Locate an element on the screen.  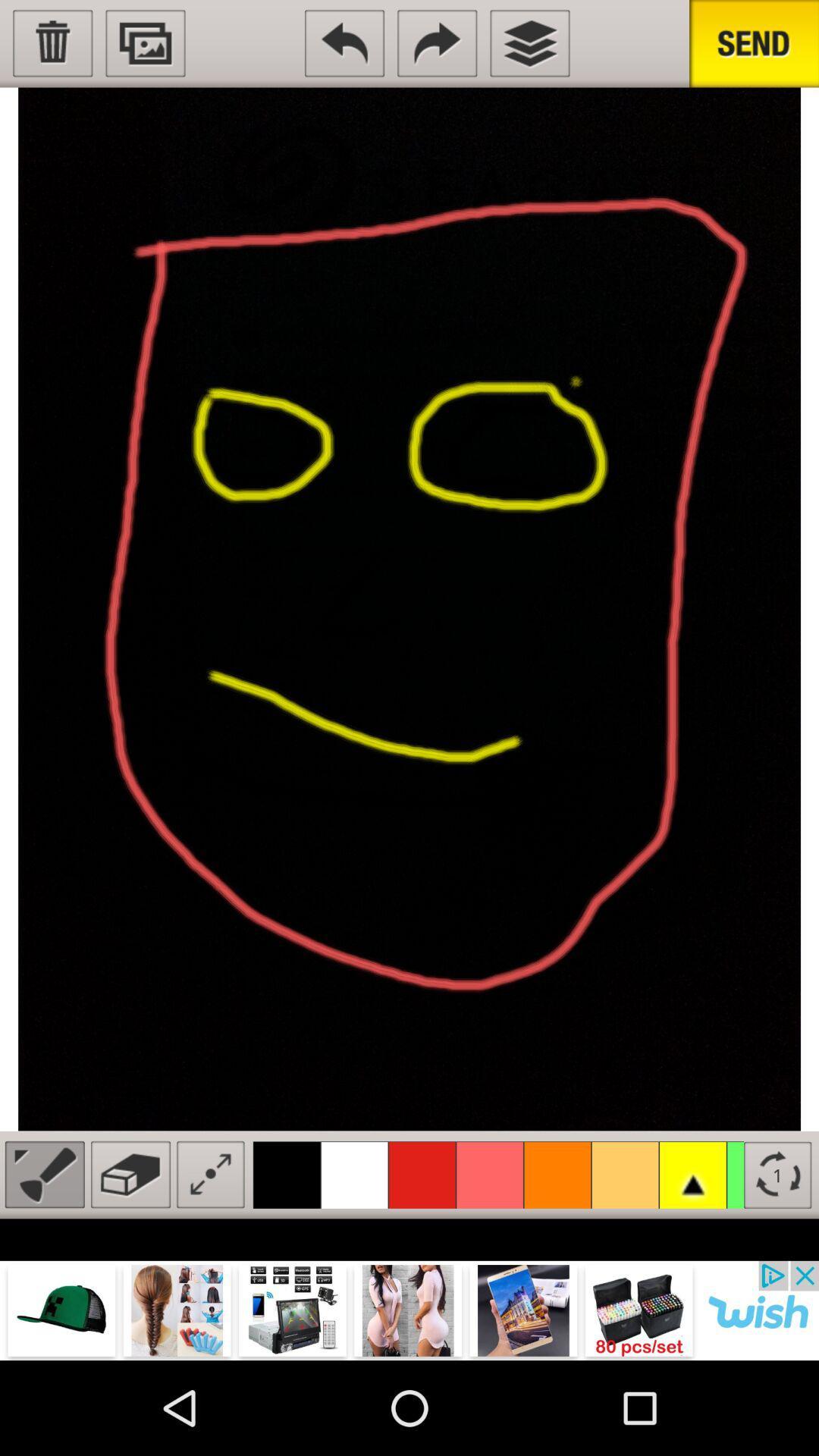
image is located at coordinates (146, 43).